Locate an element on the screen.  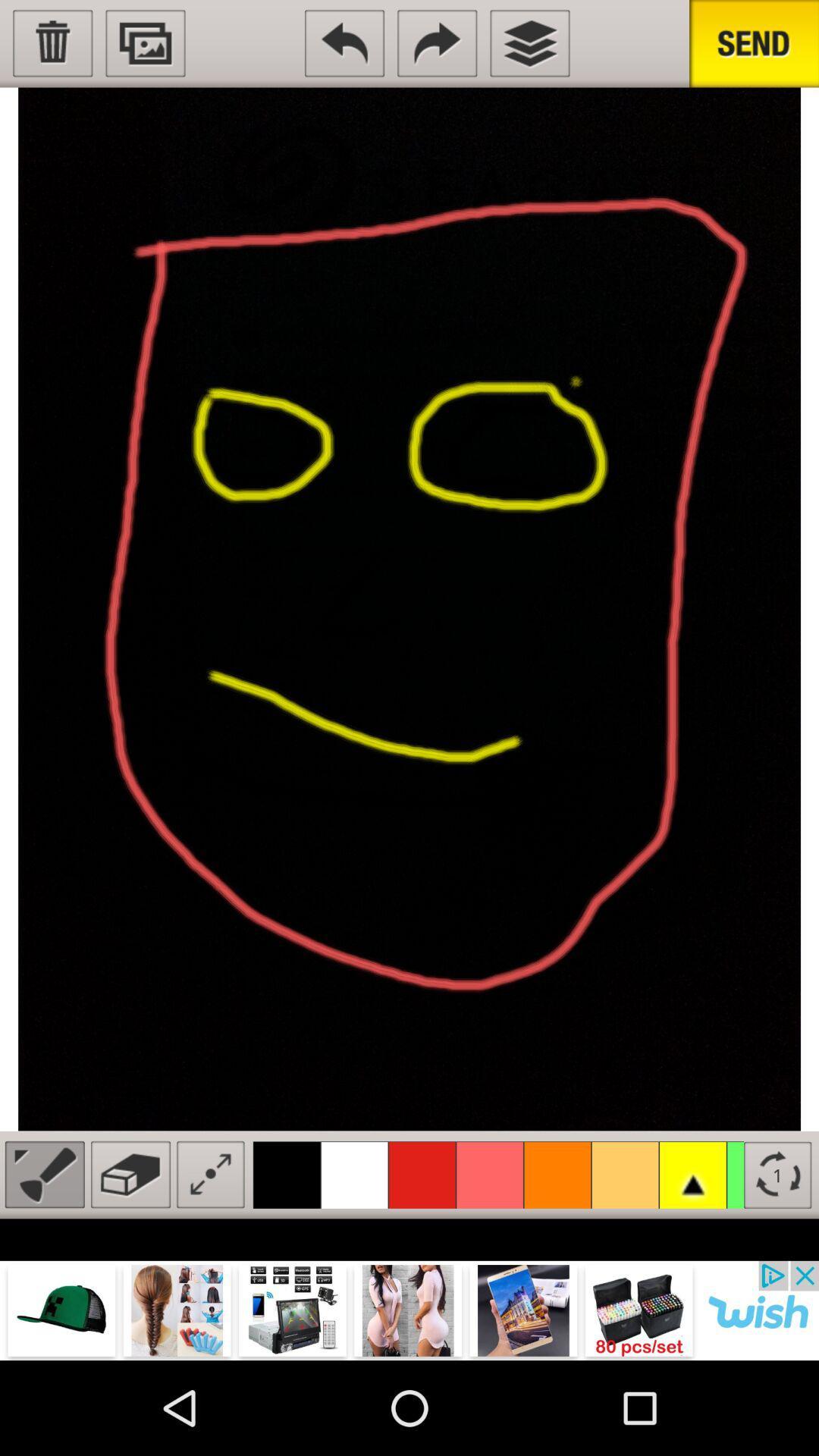
image is located at coordinates (146, 43).